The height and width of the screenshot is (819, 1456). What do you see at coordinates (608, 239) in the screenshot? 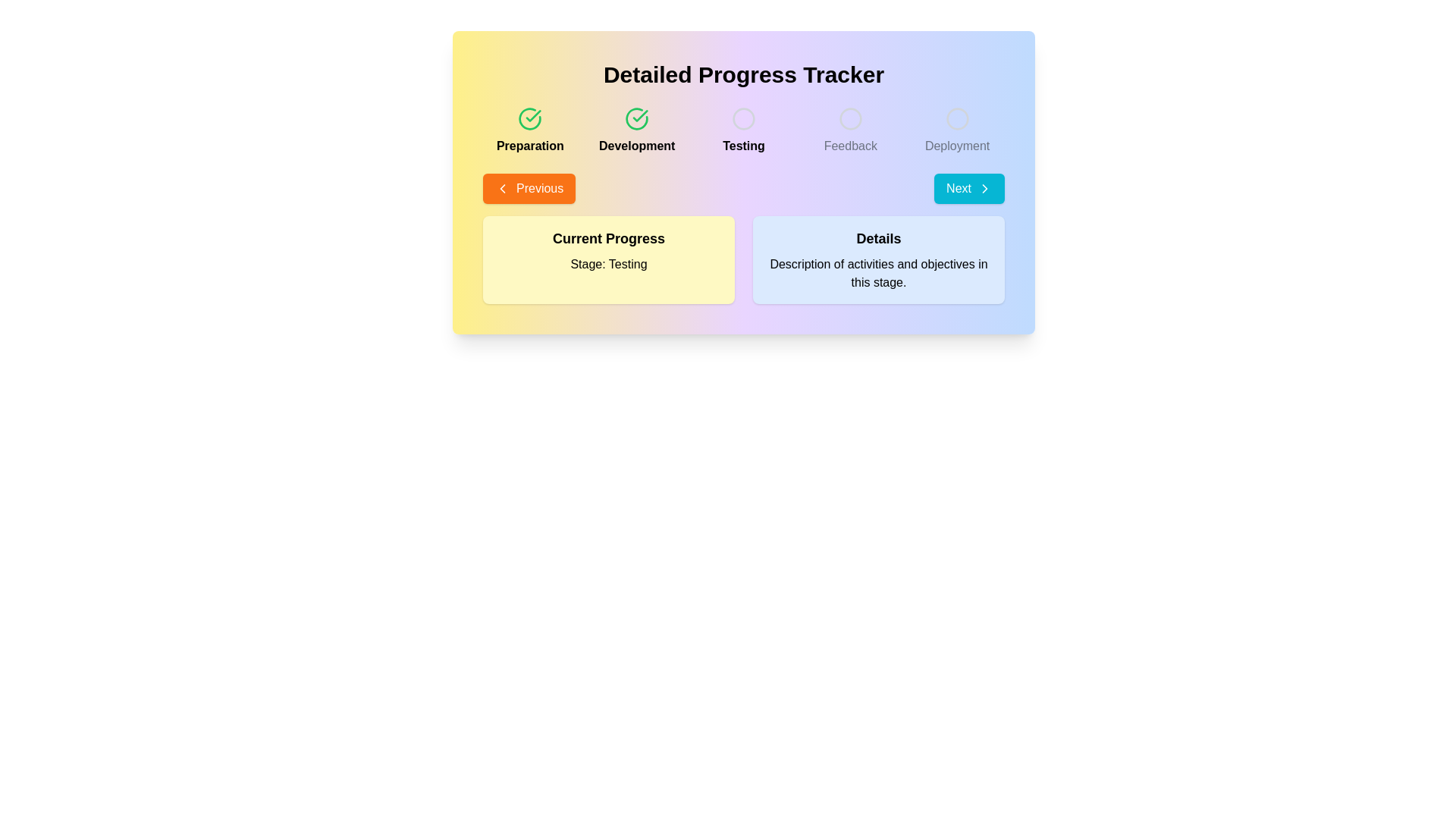
I see `text displayed on the 'Current Progress' label which is in bold, large font with a yellow background` at bounding box center [608, 239].